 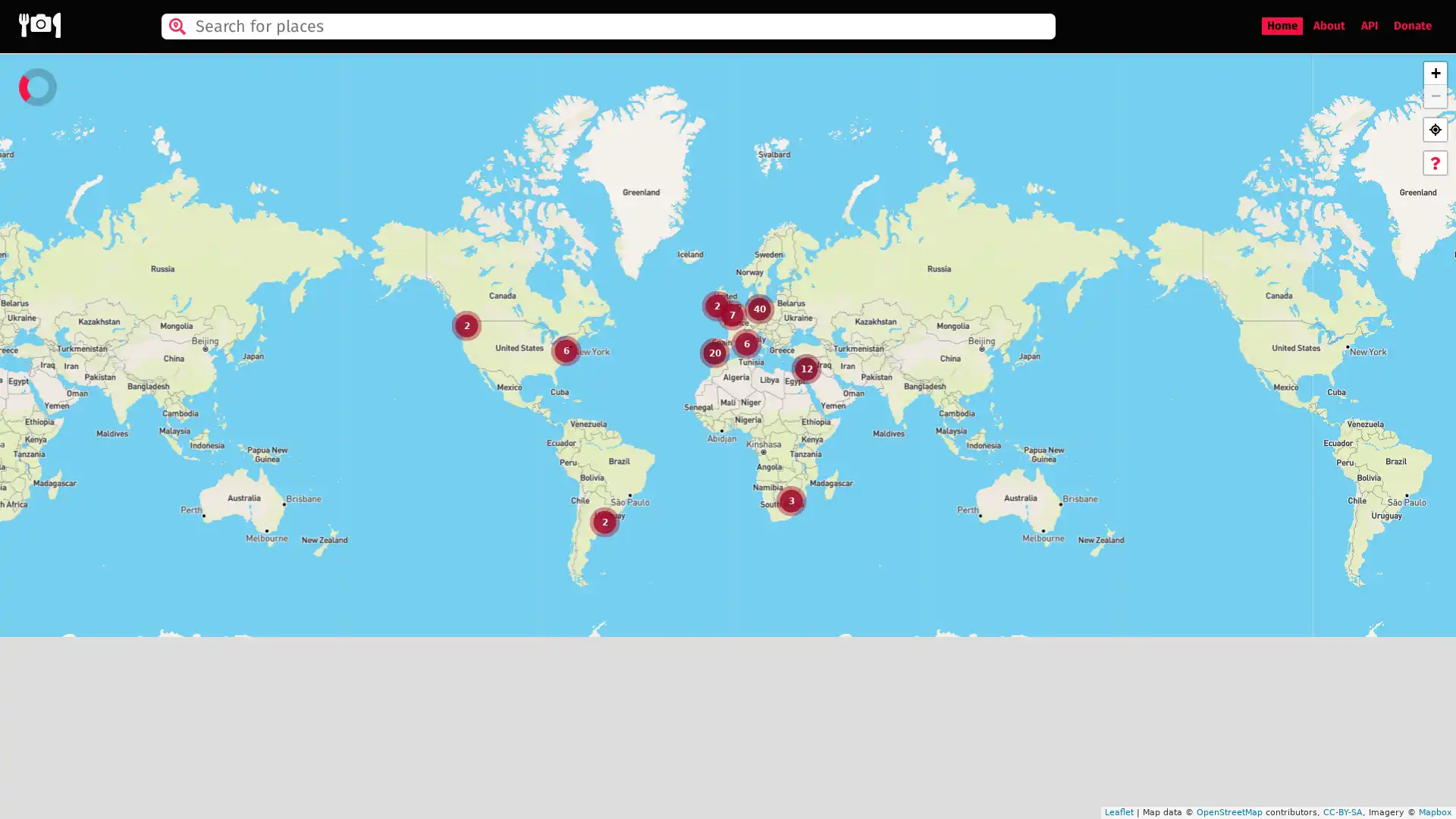 I want to click on Zoom in, so click(x=1434, y=73).